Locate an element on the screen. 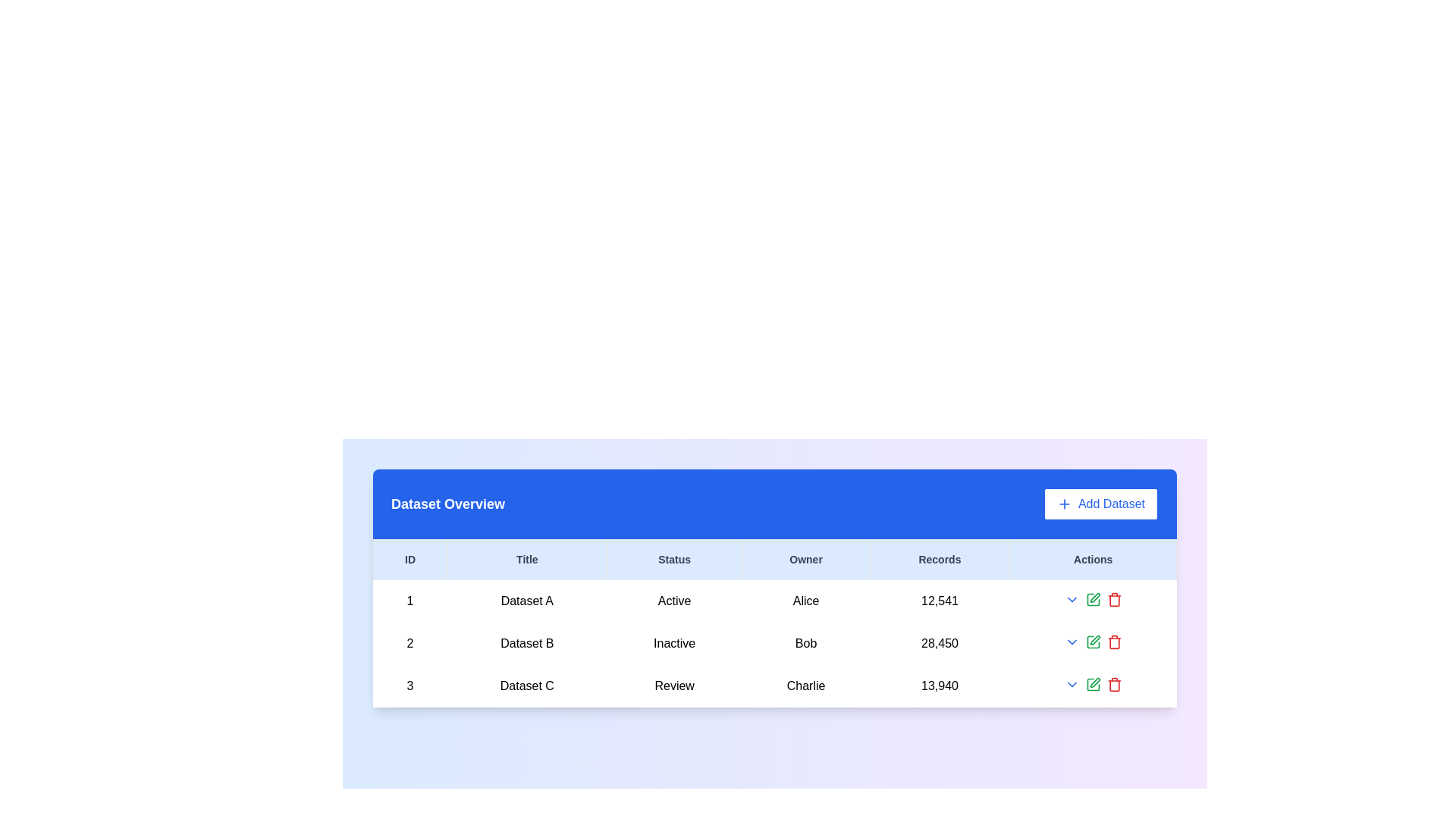 This screenshot has height=819, width=1456. the delete button located under the 'Actions' column in the data table for 'Dataset C', positioned after the green edit icon and dropdown arrow is located at coordinates (1114, 598).